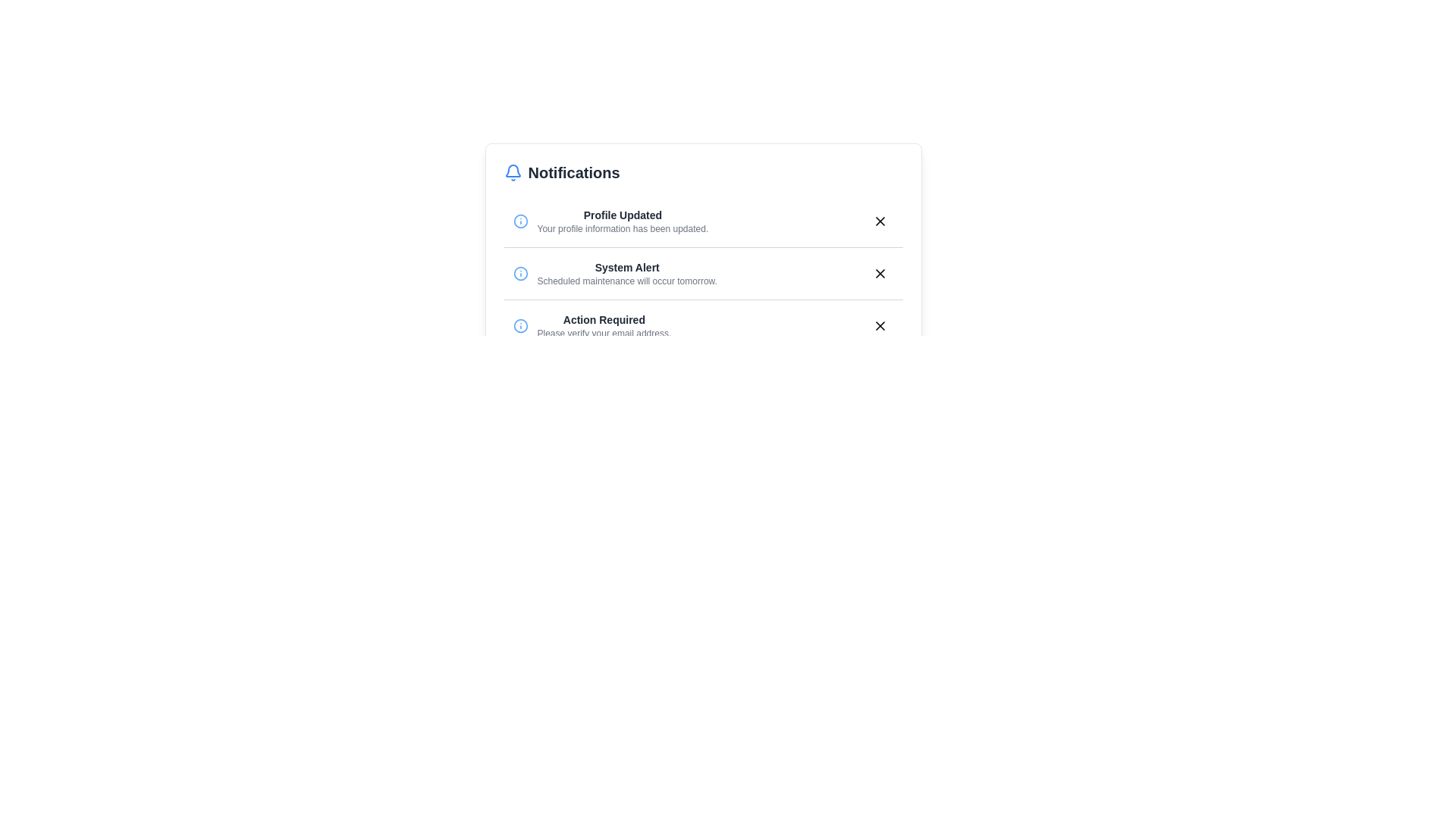  What do you see at coordinates (603, 325) in the screenshot?
I see `the 'Action Required' notification text component, which is the third item in the vertical list of notifications` at bounding box center [603, 325].